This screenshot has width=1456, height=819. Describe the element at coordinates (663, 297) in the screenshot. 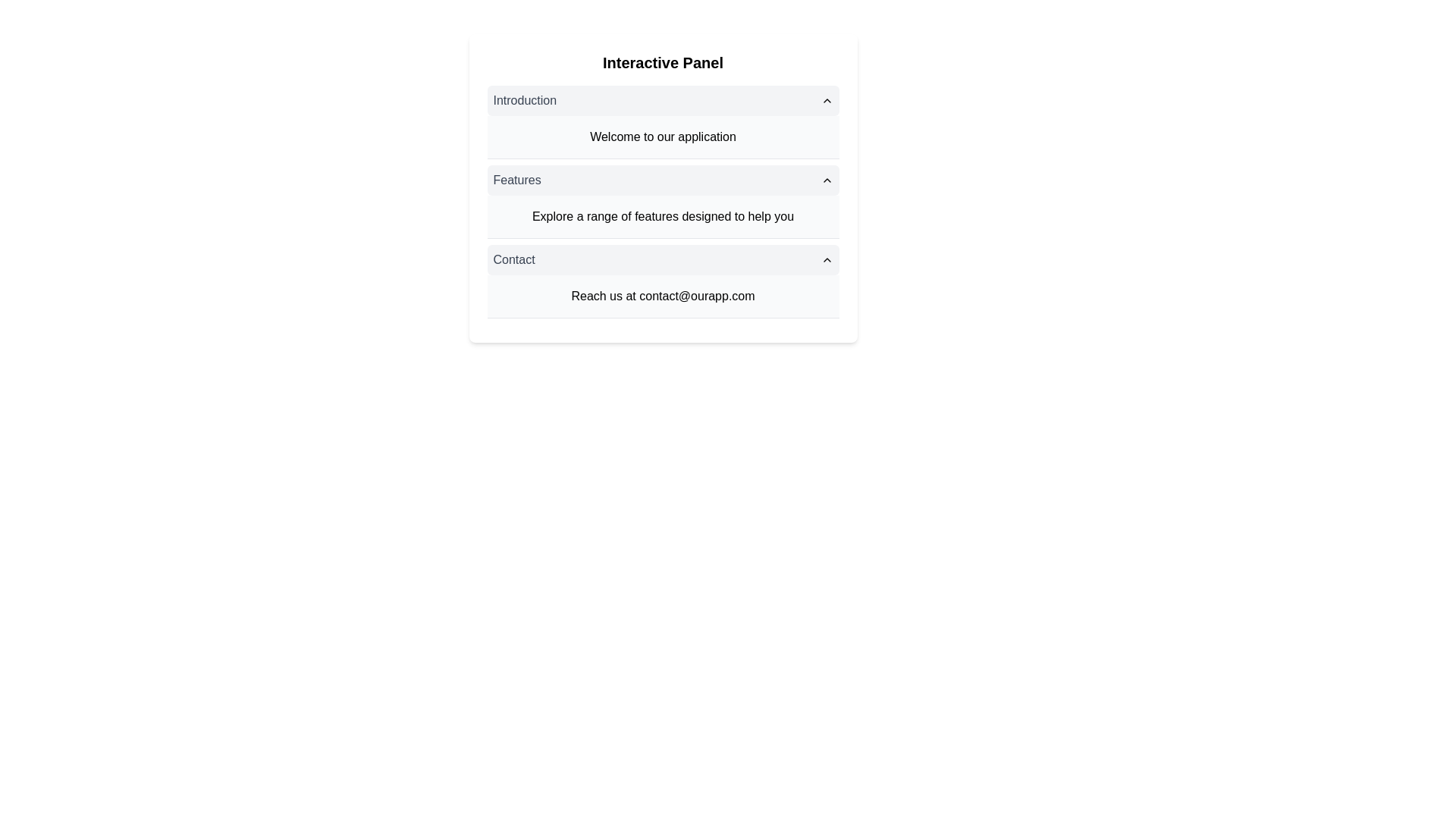

I see `the text box containing 'Reach us at contact@ourapp.com', which is styled with a light gray background and located below the 'Contact' section` at that location.